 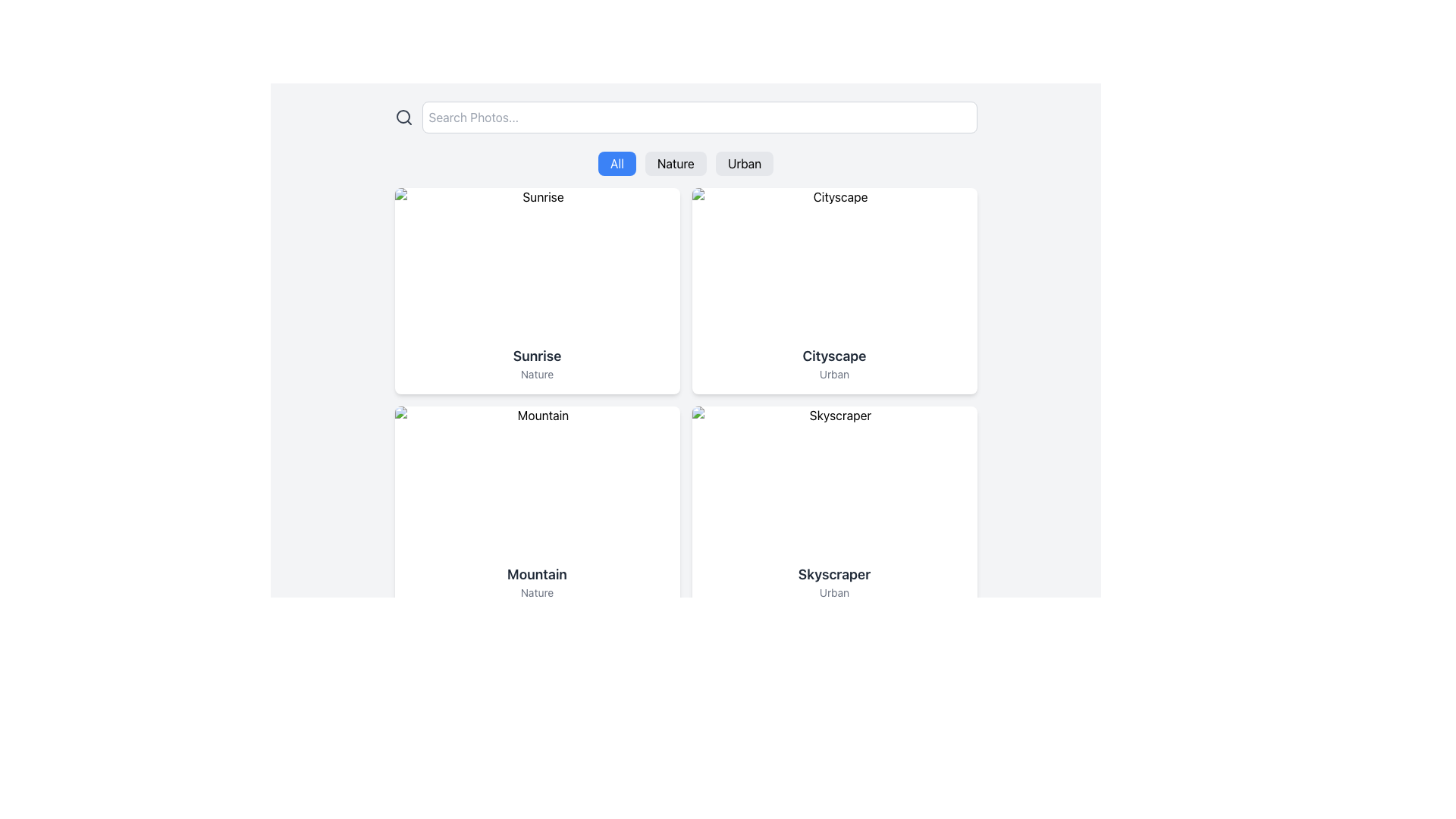 I want to click on the 'Urban' filter button, the third button in a horizontal group of three buttons labeled 'All', 'Nature', and 'Urban', located just below the search bar, so click(x=744, y=164).